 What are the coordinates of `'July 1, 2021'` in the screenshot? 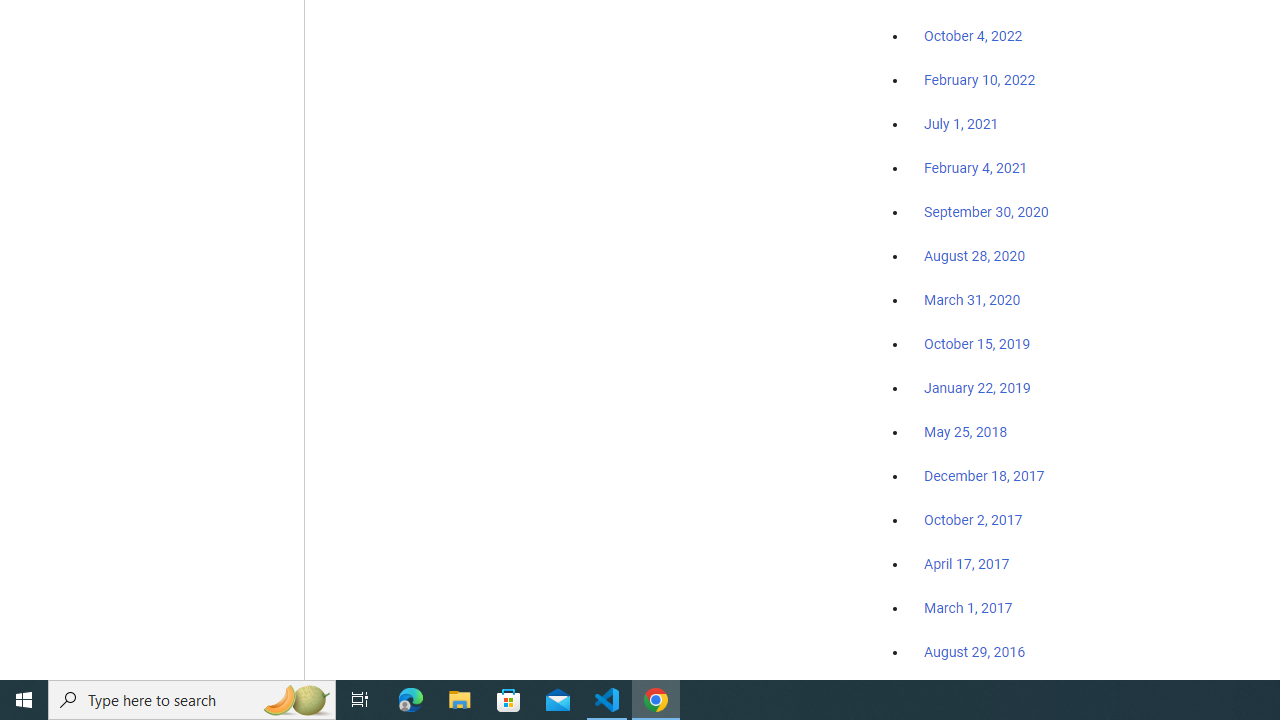 It's located at (961, 124).